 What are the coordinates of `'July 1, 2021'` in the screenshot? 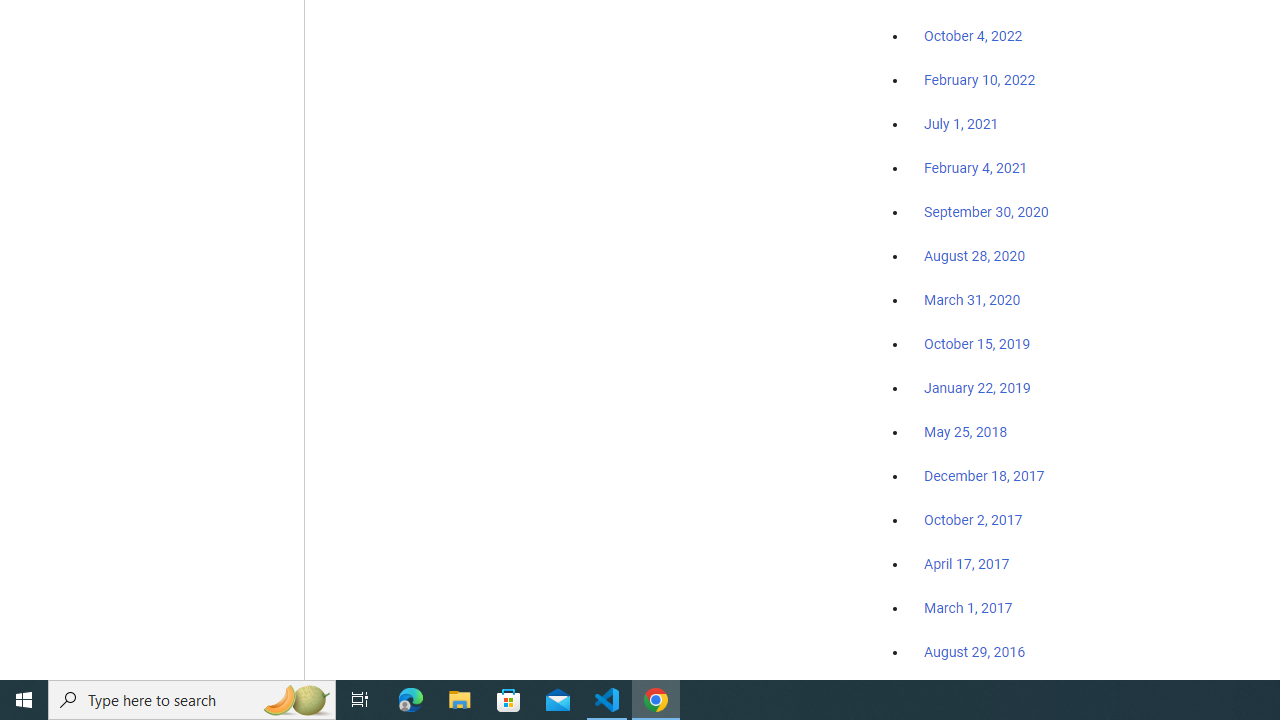 It's located at (961, 124).